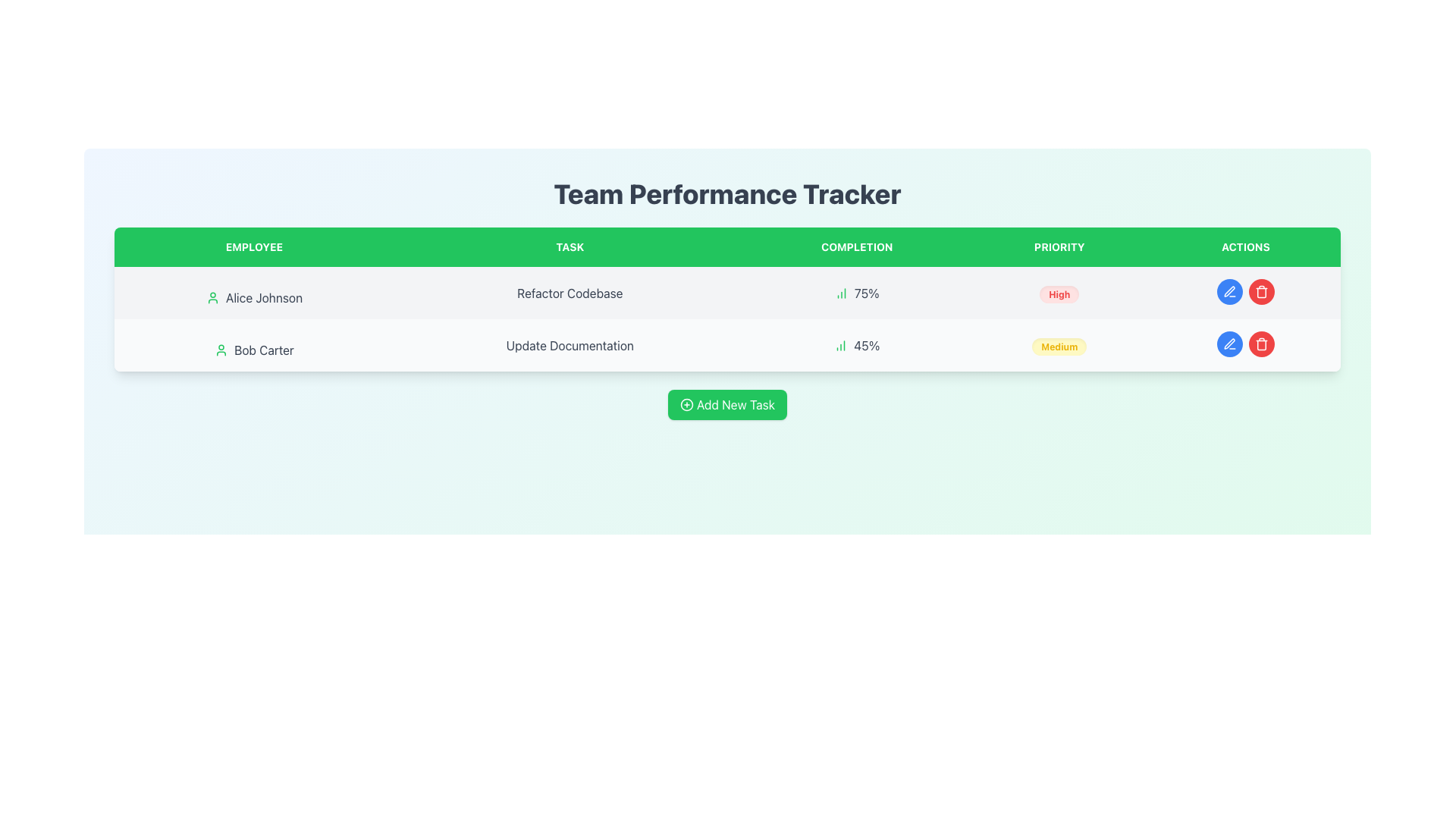 The height and width of the screenshot is (819, 1456). I want to click on the text label displaying 'Alice Johnson' in the first row under the 'Employee' column of the 'Team Performance Tracker' table, so click(254, 298).